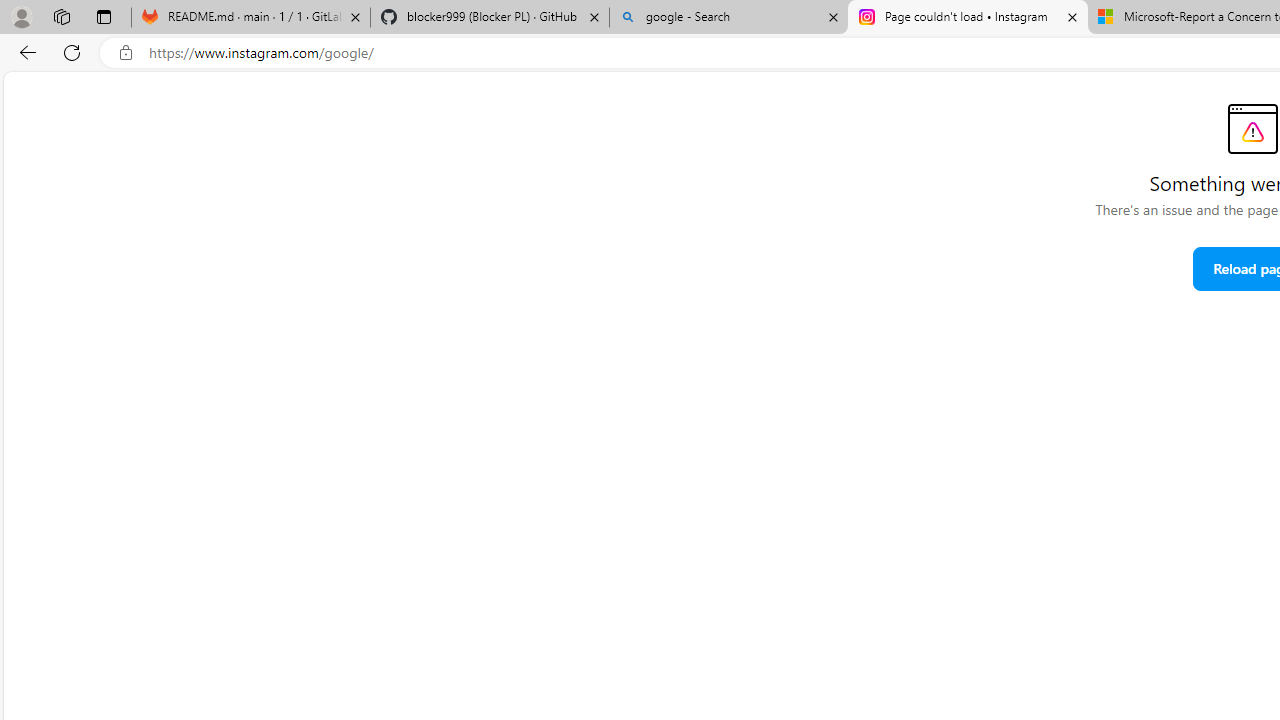 The width and height of the screenshot is (1280, 720). I want to click on 'Tab actions menu', so click(103, 16).